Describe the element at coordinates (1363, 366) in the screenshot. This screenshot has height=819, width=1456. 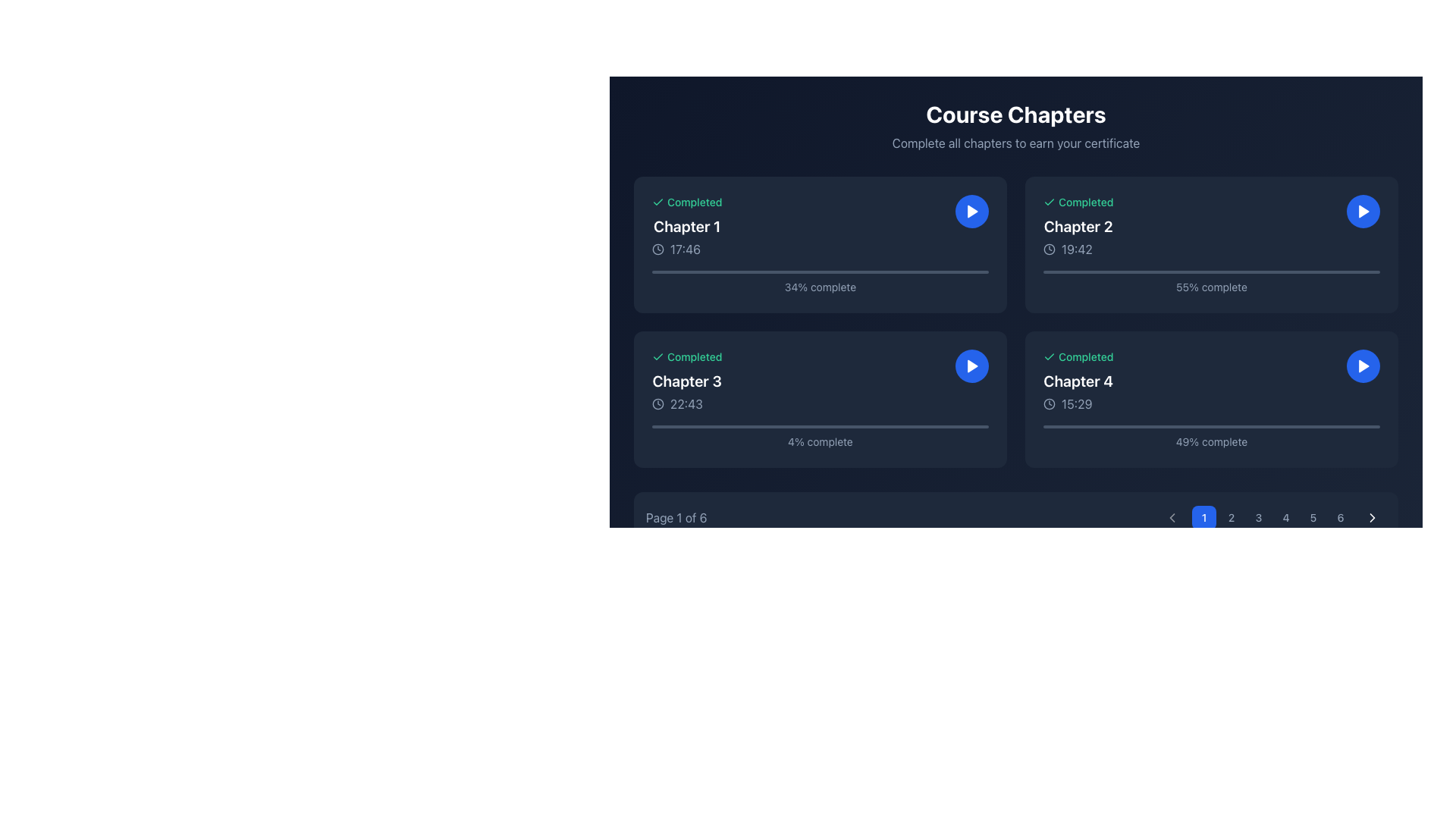
I see `the 'Play' button located in the bottom-right corner of the card for 'Chapter 4' to initiate playback` at that location.